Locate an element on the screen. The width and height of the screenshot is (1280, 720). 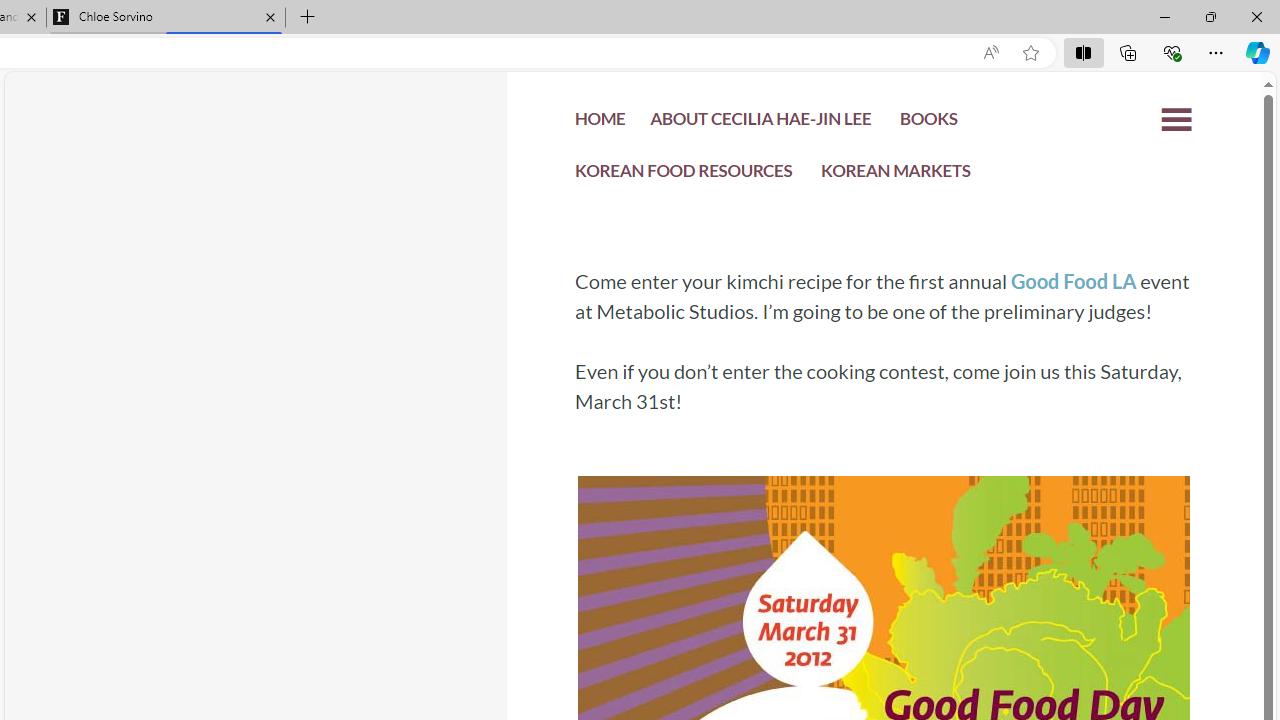
'KOREAN FOOD RESOURCES' is located at coordinates (684, 175).